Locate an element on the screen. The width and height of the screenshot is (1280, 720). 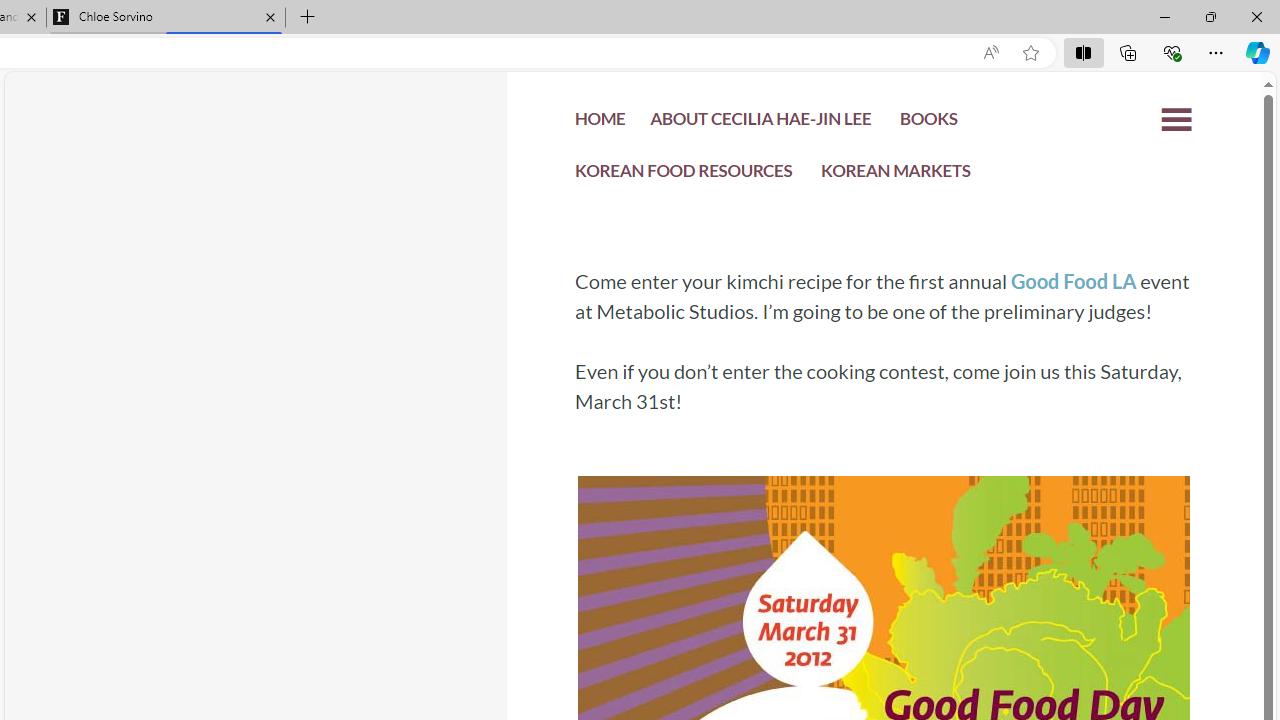
'KOREAN FOOD RESOURCES' is located at coordinates (684, 175).